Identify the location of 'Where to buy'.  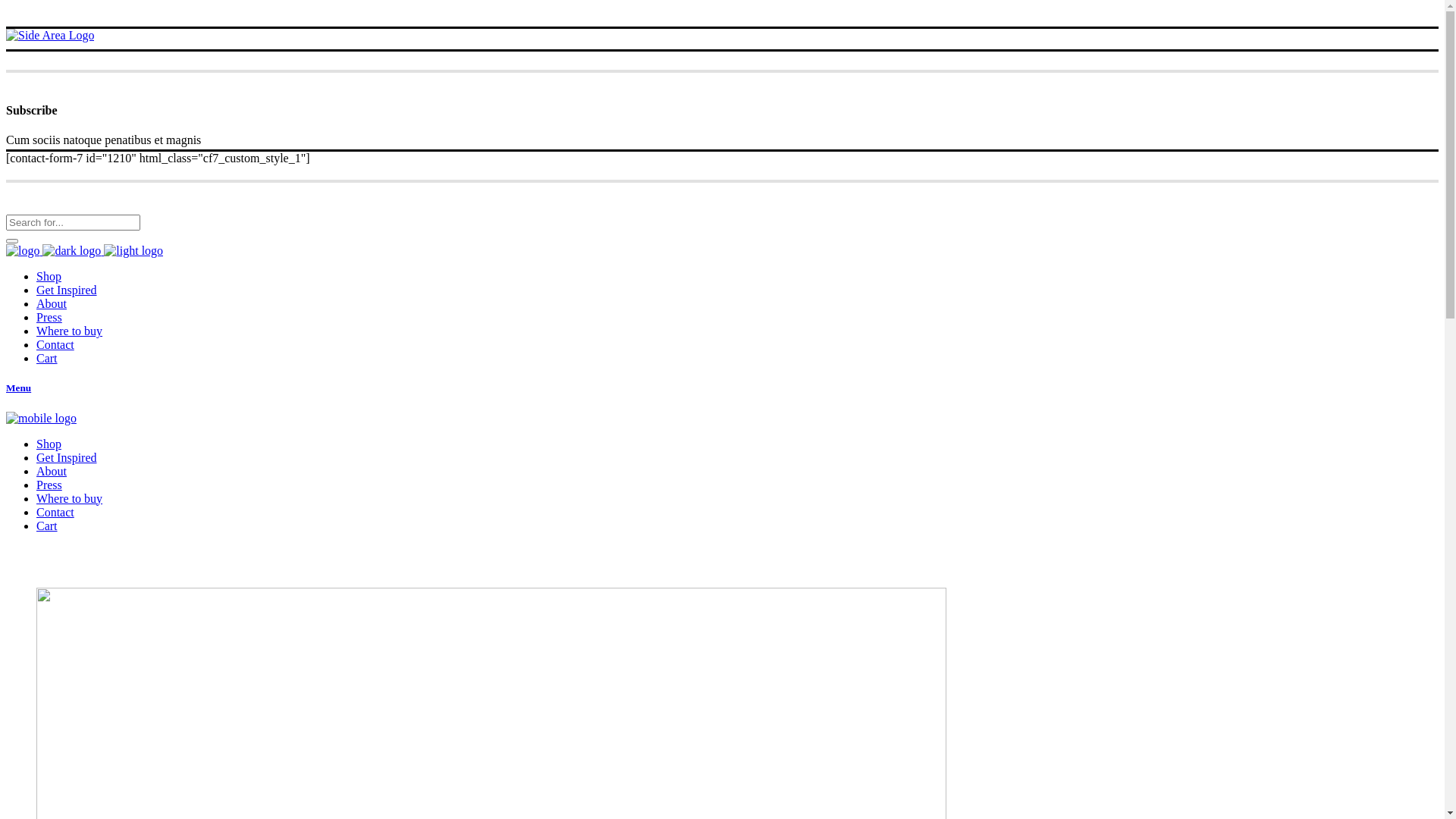
(68, 498).